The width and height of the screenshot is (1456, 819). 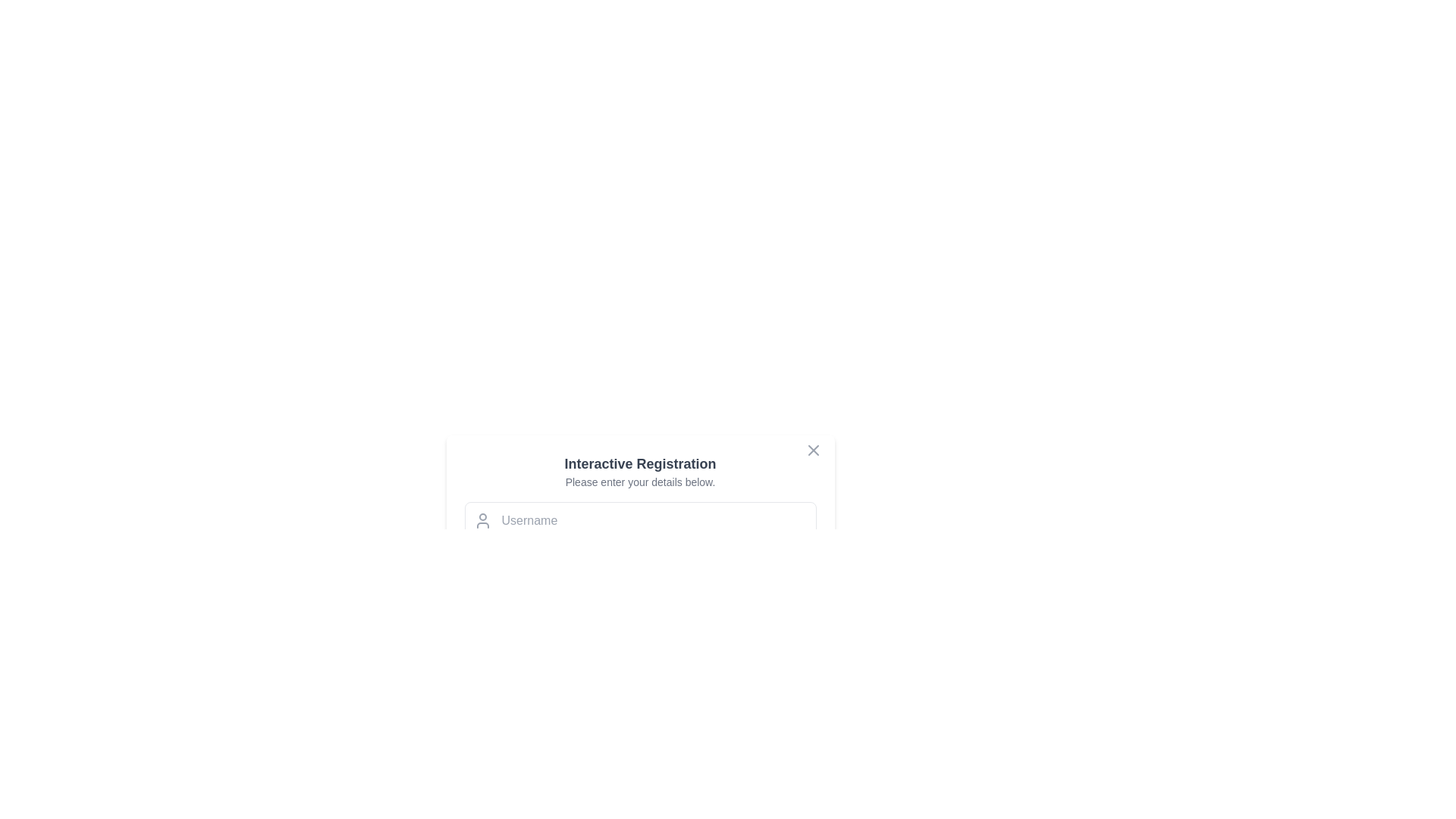 I want to click on the text label that says 'Interactive Registration', which is styled in bold dark gray and located at the top of the form interface, so click(x=640, y=463).